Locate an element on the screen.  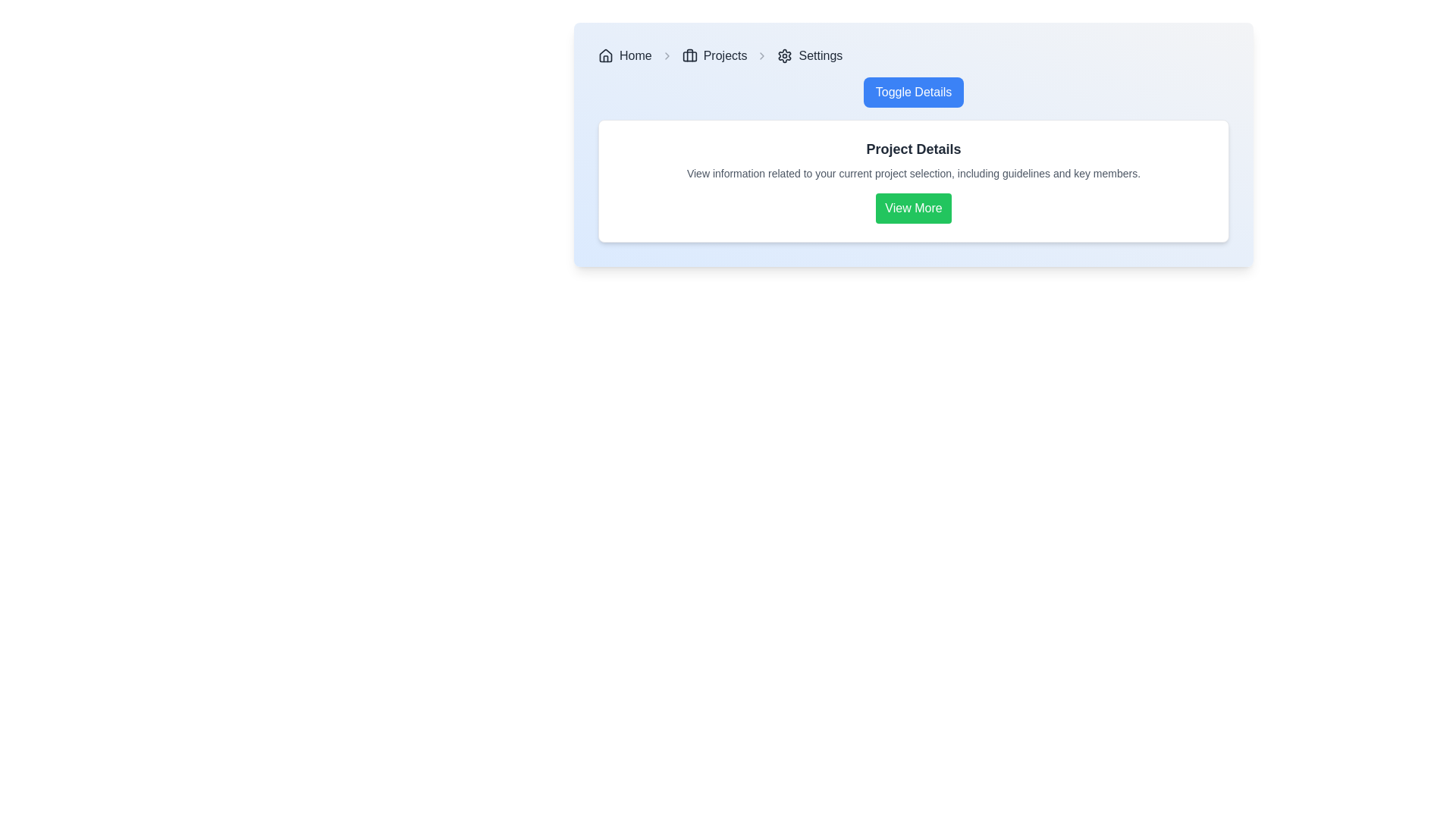
the button located in the 'Project Details' panel, positioned below the text describing project information, to observe the hover effect is located at coordinates (912, 208).